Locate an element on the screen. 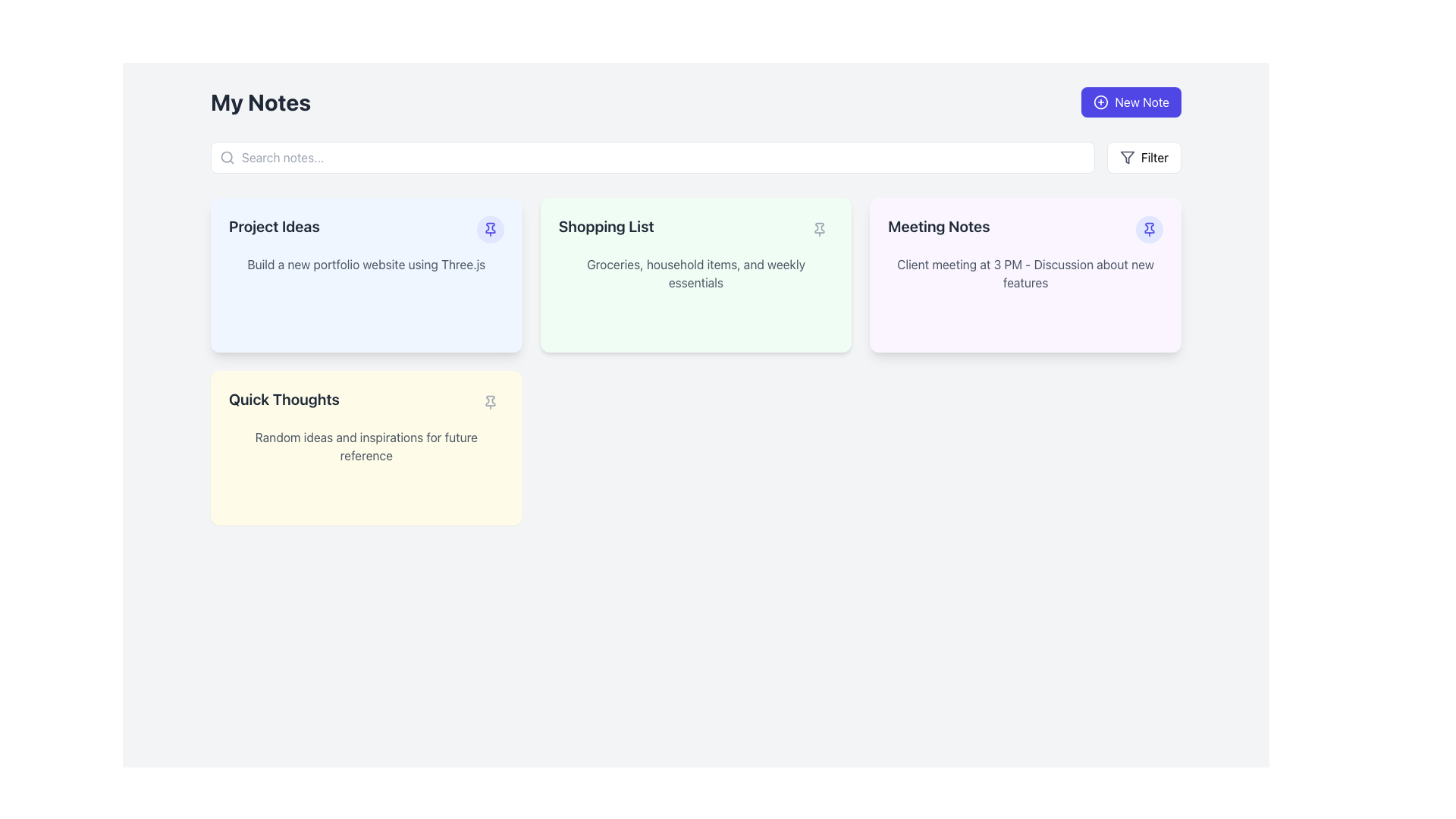  the note card representing a shopping list, which is the second card in the first row of a three-column grid, located between the blue 'Project Ideas' card and the purple 'Meeting Notes' card is located at coordinates (695, 275).